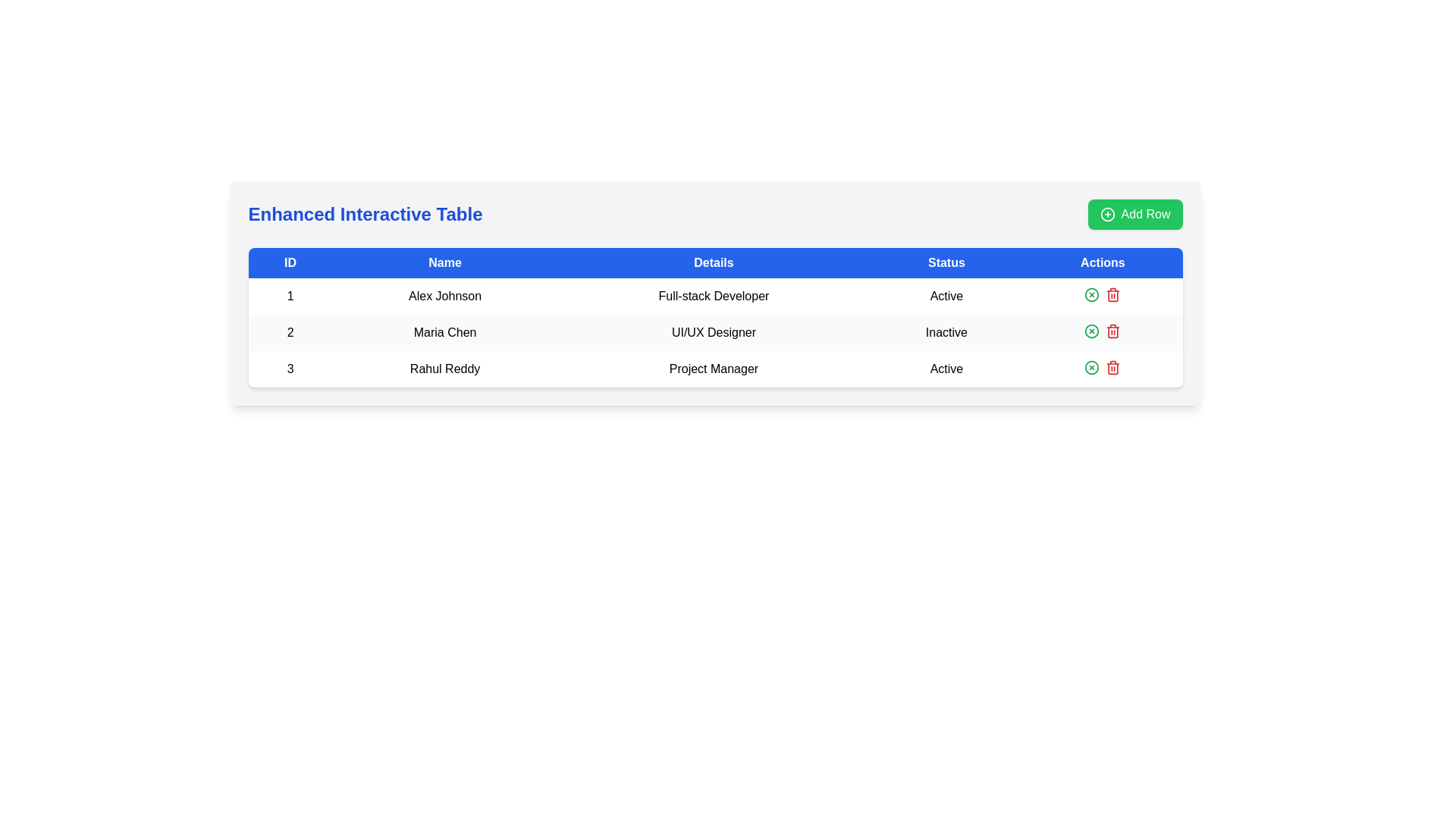 The width and height of the screenshot is (1456, 819). I want to click on the text label in the third row of the interactive table that describes the role or position associated with 'Rahul Reddy', so click(713, 369).